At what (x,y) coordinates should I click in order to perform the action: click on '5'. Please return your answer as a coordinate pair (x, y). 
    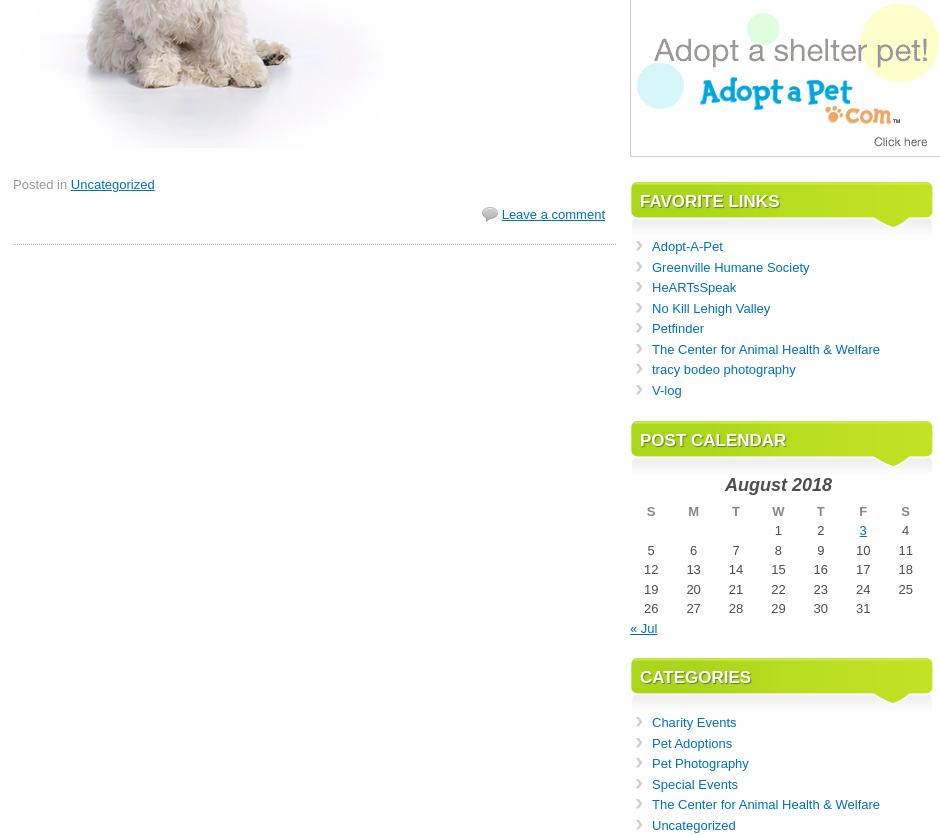
    Looking at the image, I should click on (650, 549).